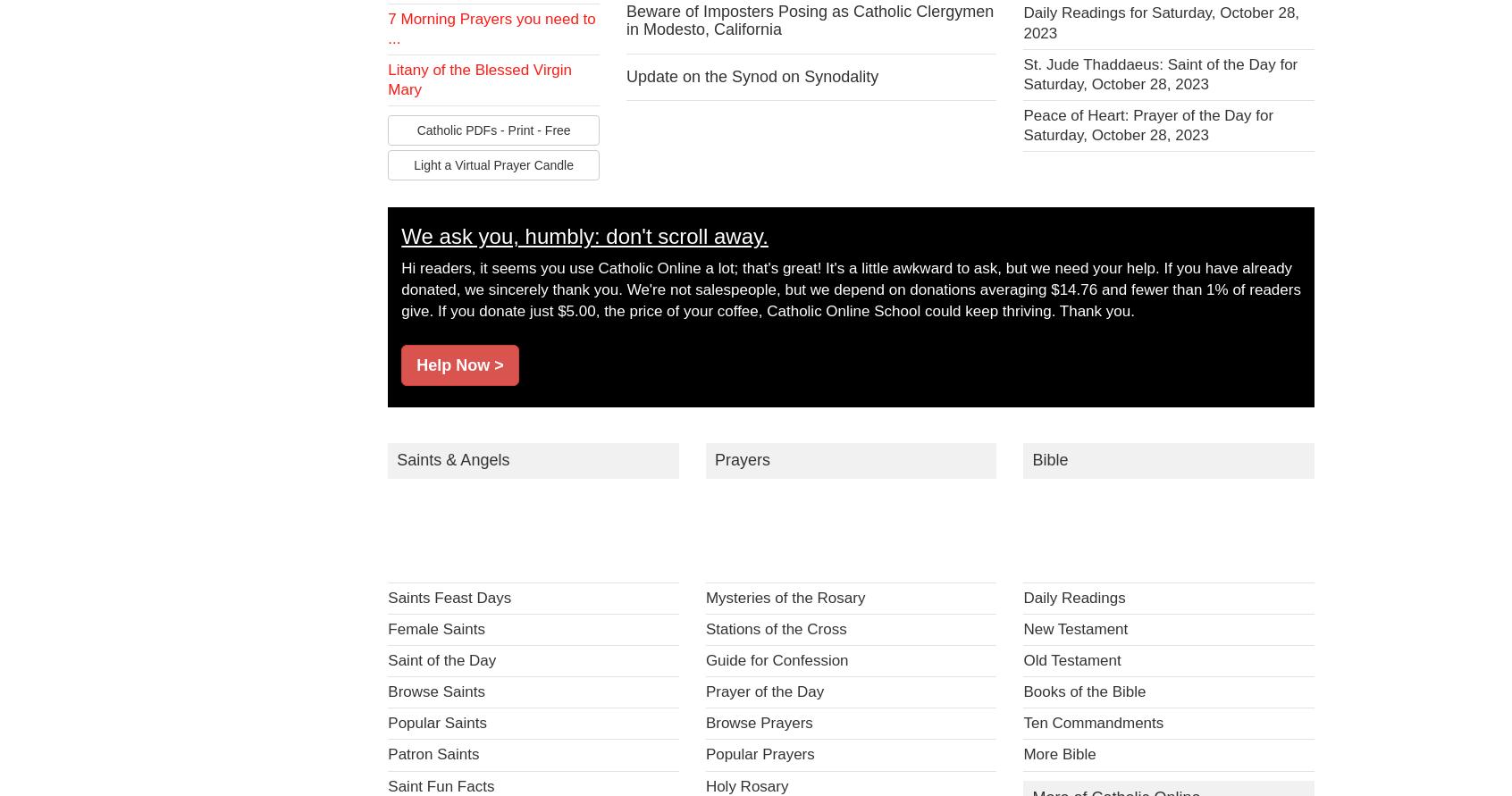  What do you see at coordinates (386, 29) in the screenshot?
I see `'7 Morning Prayers you need to ...'` at bounding box center [386, 29].